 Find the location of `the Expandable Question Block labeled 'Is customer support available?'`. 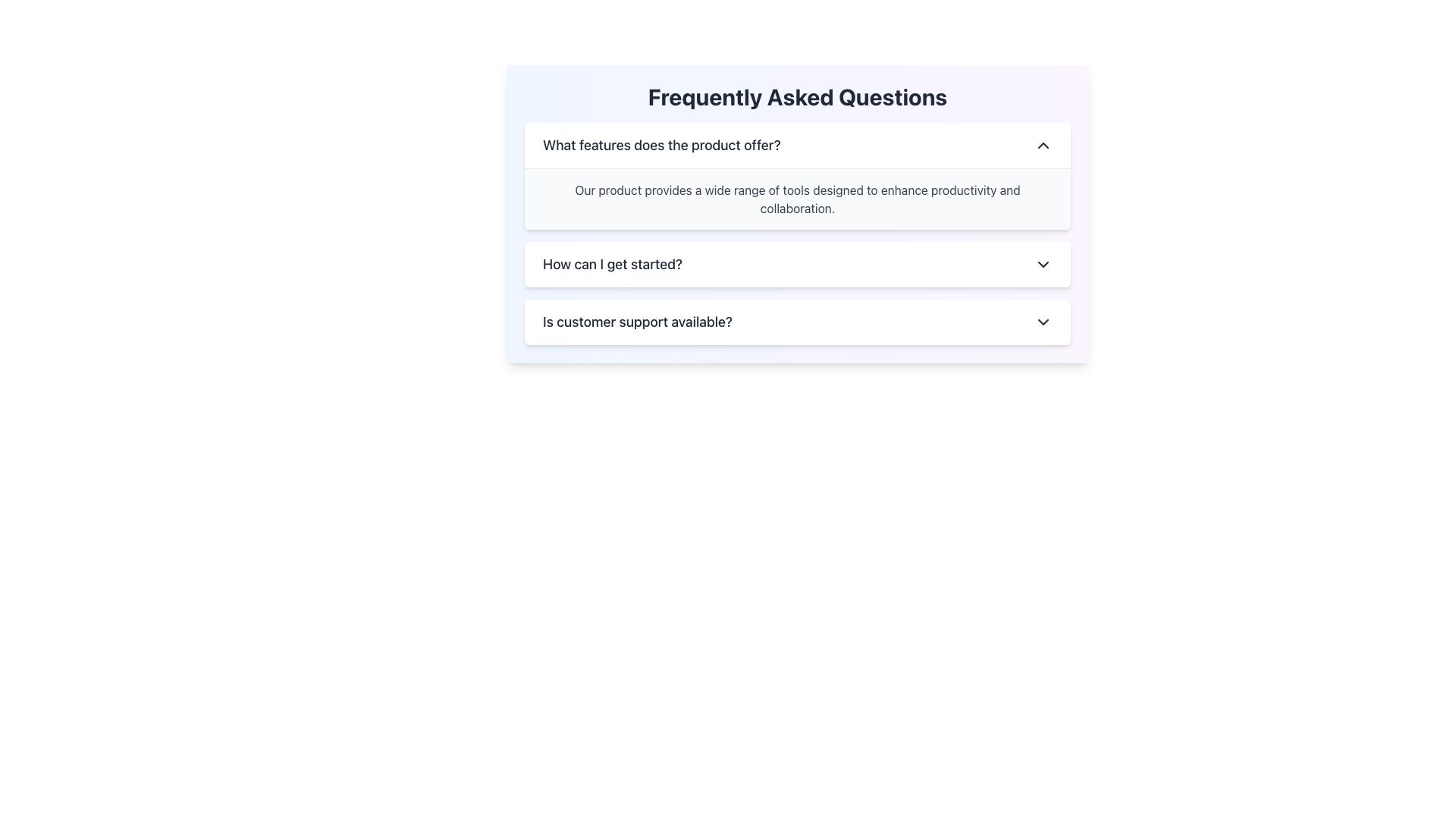

the Expandable Question Block labeled 'Is customer support available?' is located at coordinates (796, 321).